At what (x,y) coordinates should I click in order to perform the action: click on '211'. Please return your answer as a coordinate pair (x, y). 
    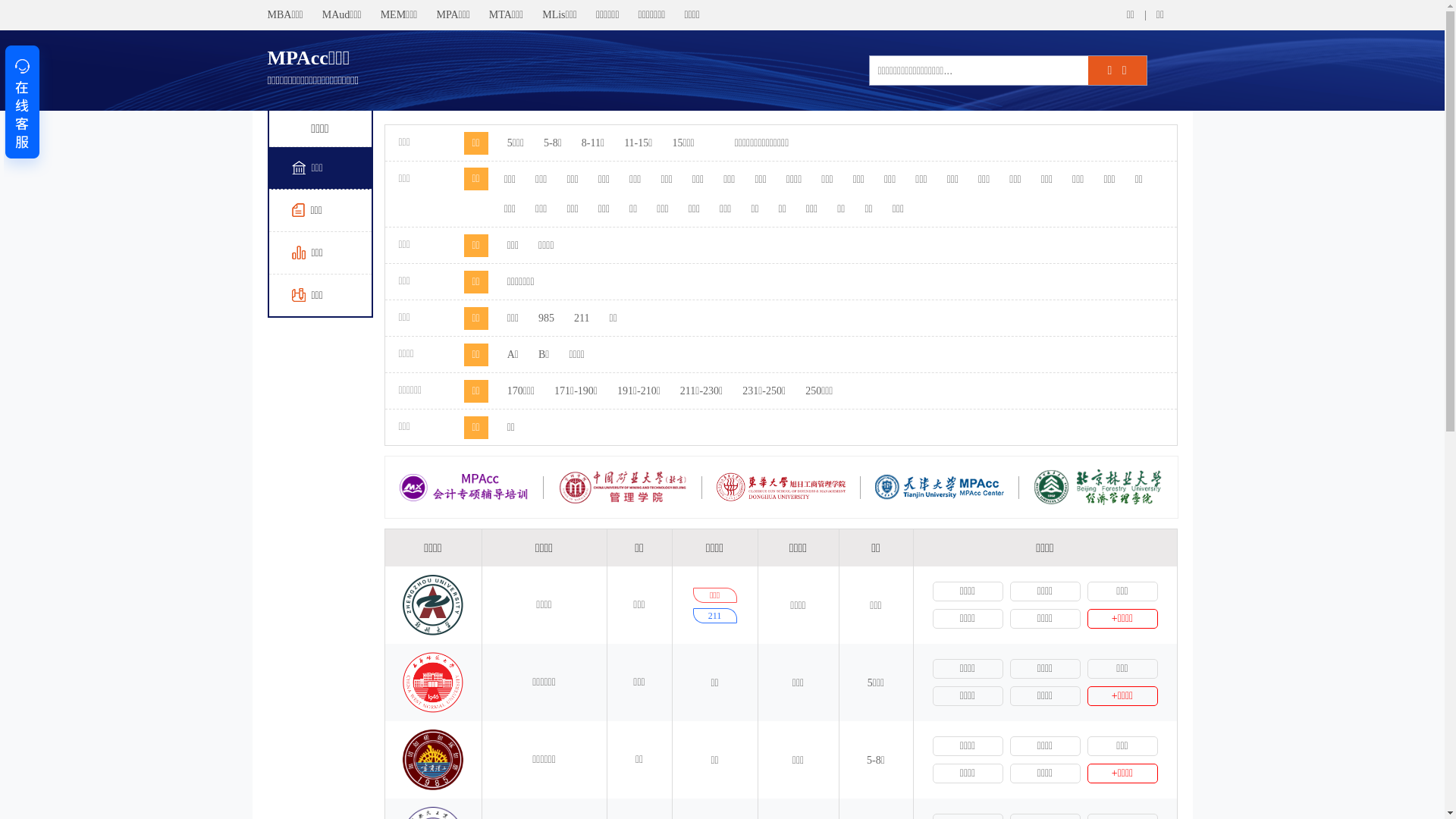
    Looking at the image, I should click on (581, 318).